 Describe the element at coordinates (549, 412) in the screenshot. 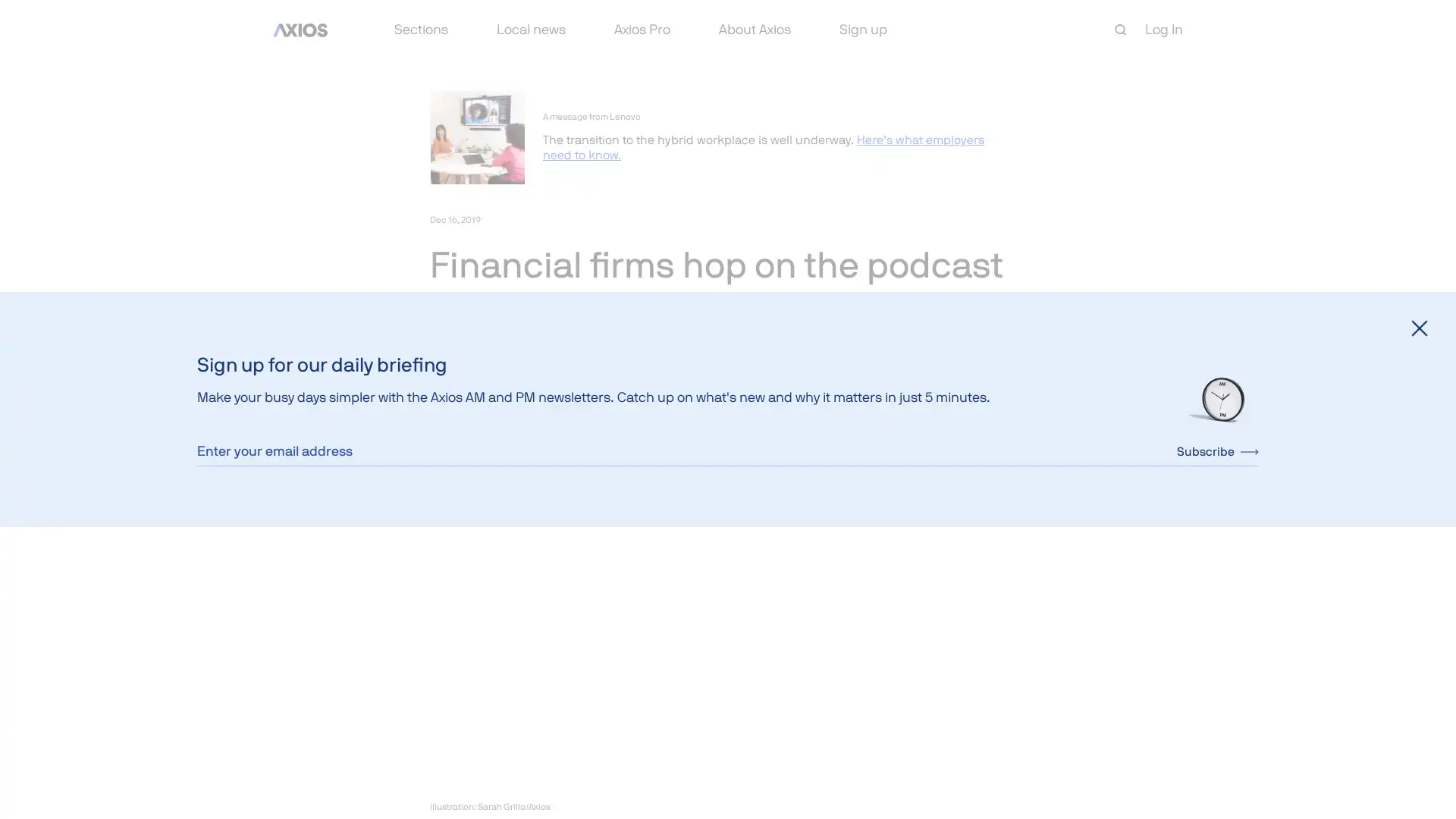

I see `email` at that location.